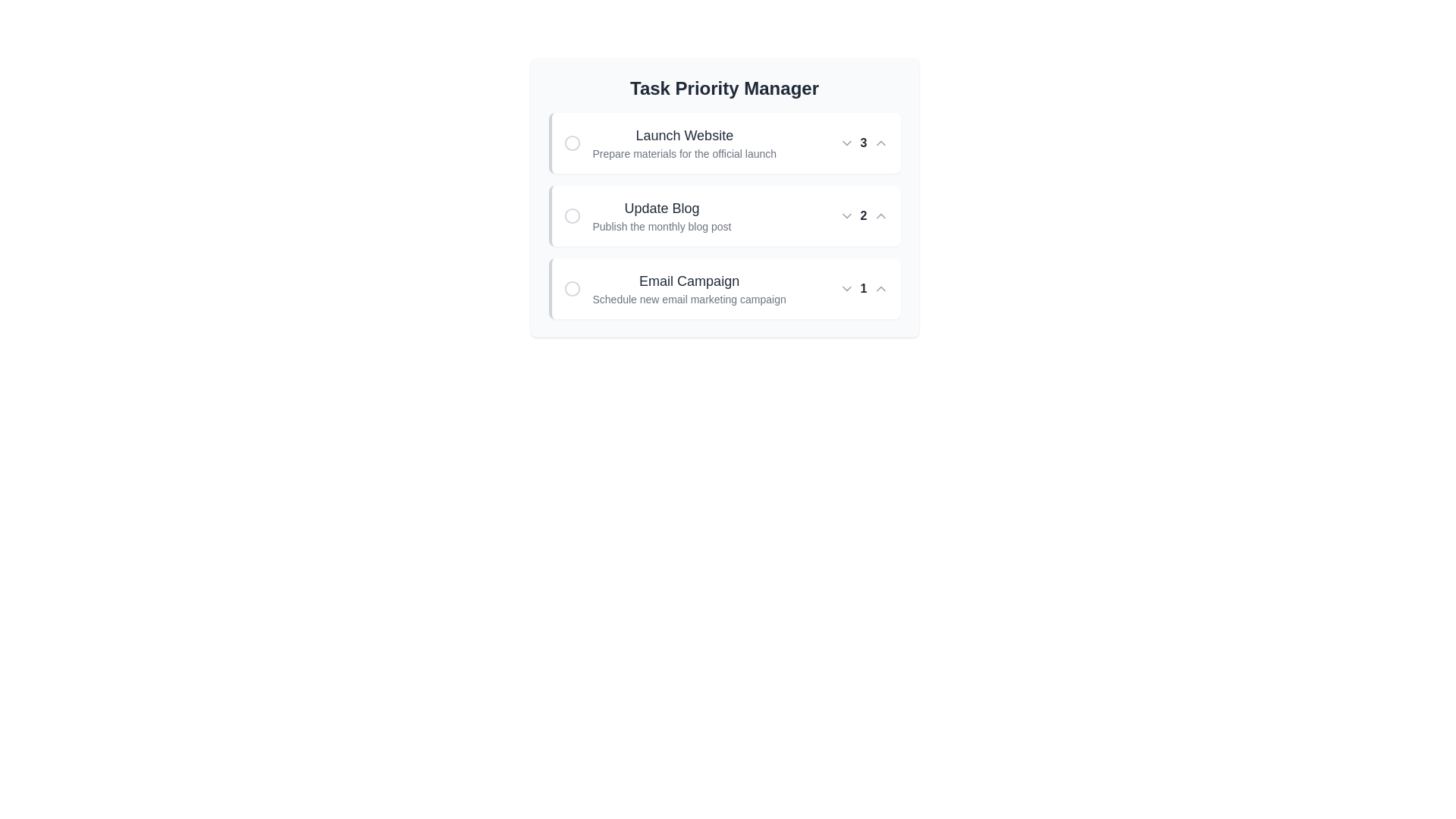 This screenshot has height=819, width=1456. Describe the element at coordinates (683, 134) in the screenshot. I see `the 'Launch Website' text label component, which serves as the title for the first task item in the 'Task Priority Manager' list` at that location.